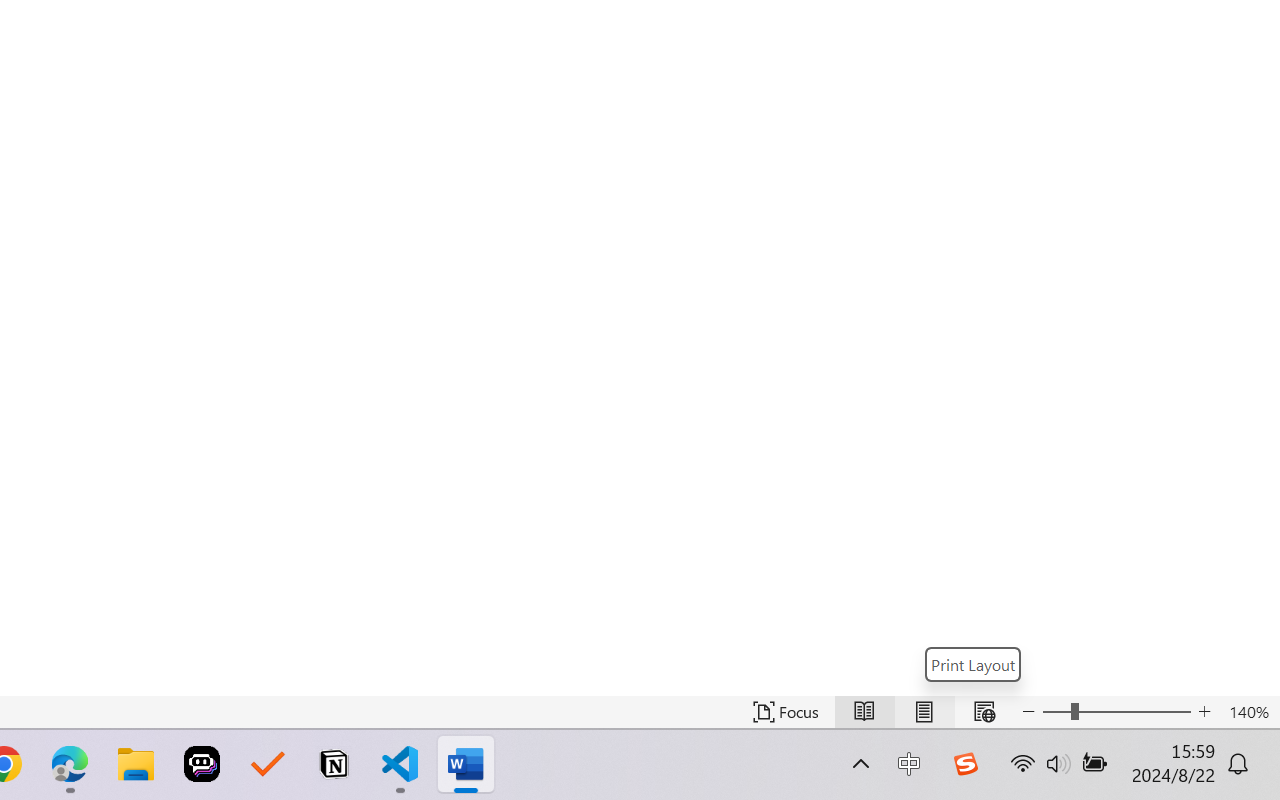 Image resolution: width=1280 pixels, height=800 pixels. I want to click on 'Read Mode', so click(864, 711).